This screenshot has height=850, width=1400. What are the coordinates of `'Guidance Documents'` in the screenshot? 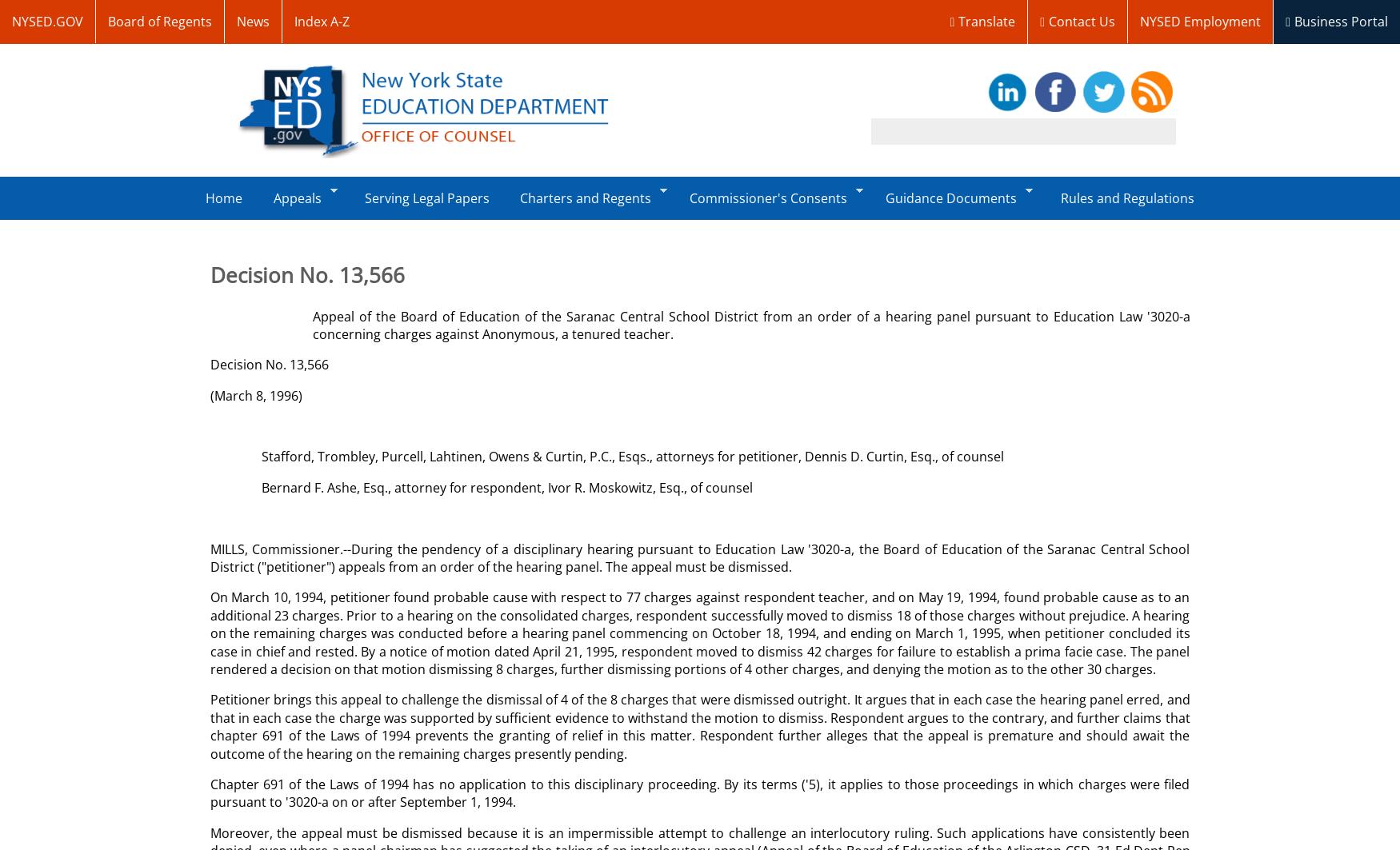 It's located at (950, 198).